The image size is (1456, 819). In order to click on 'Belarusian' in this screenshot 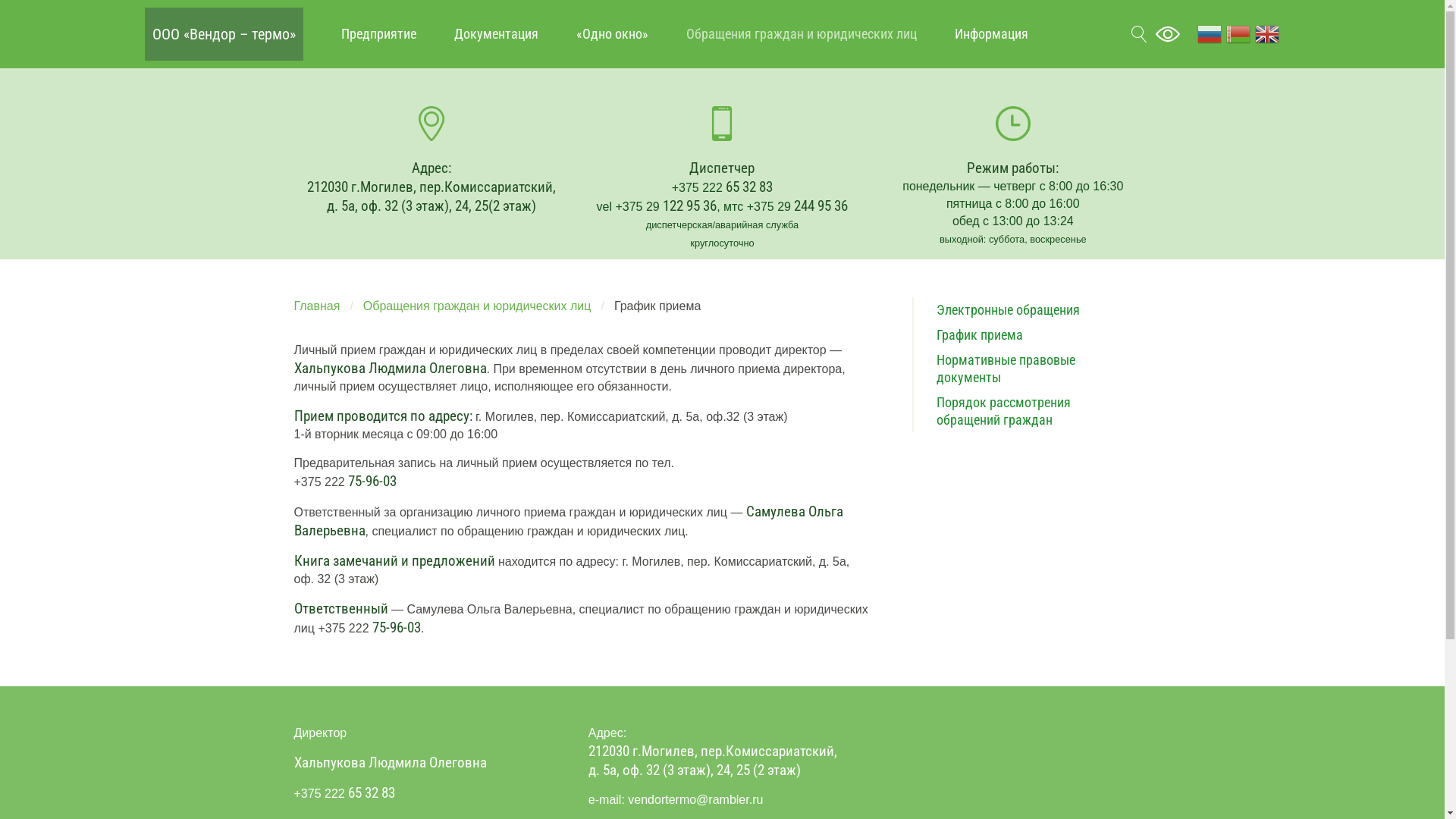, I will do `click(1223, 33)`.